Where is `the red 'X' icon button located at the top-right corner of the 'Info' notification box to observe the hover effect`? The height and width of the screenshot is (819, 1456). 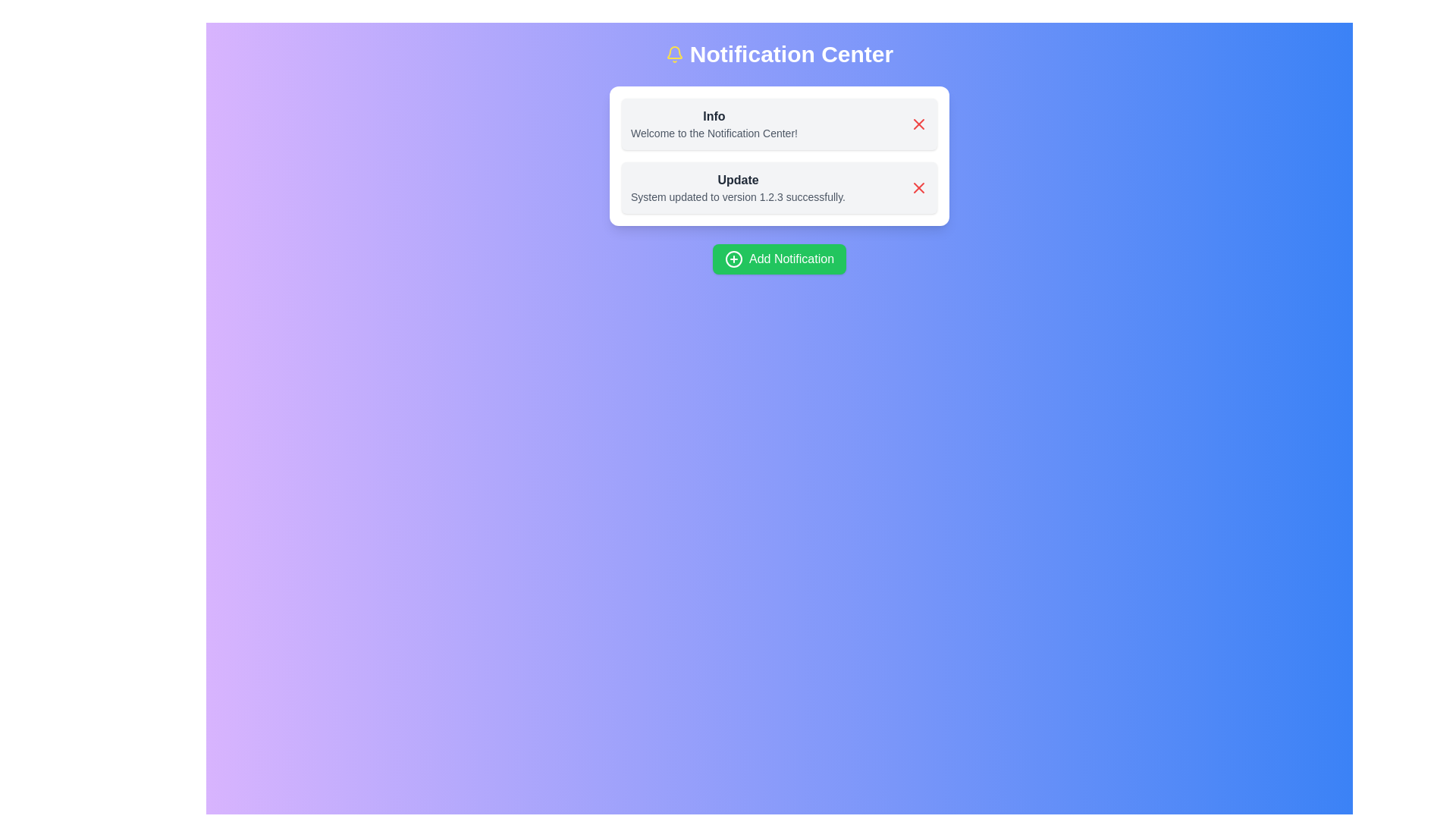
the red 'X' icon button located at the top-right corner of the 'Info' notification box to observe the hover effect is located at coordinates (918, 124).